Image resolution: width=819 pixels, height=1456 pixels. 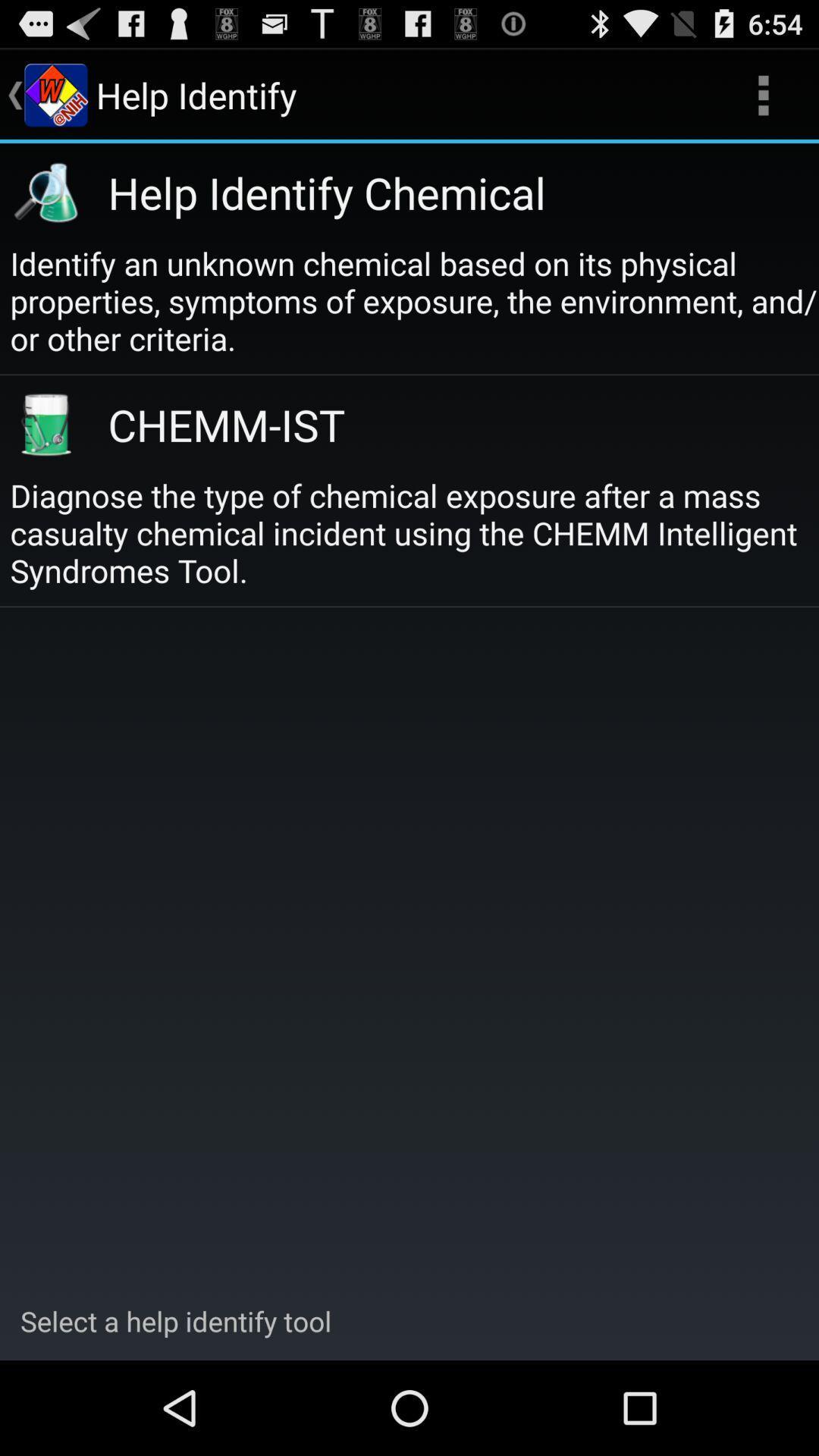 What do you see at coordinates (445, 424) in the screenshot?
I see `the icon below the identify an unknown item` at bounding box center [445, 424].